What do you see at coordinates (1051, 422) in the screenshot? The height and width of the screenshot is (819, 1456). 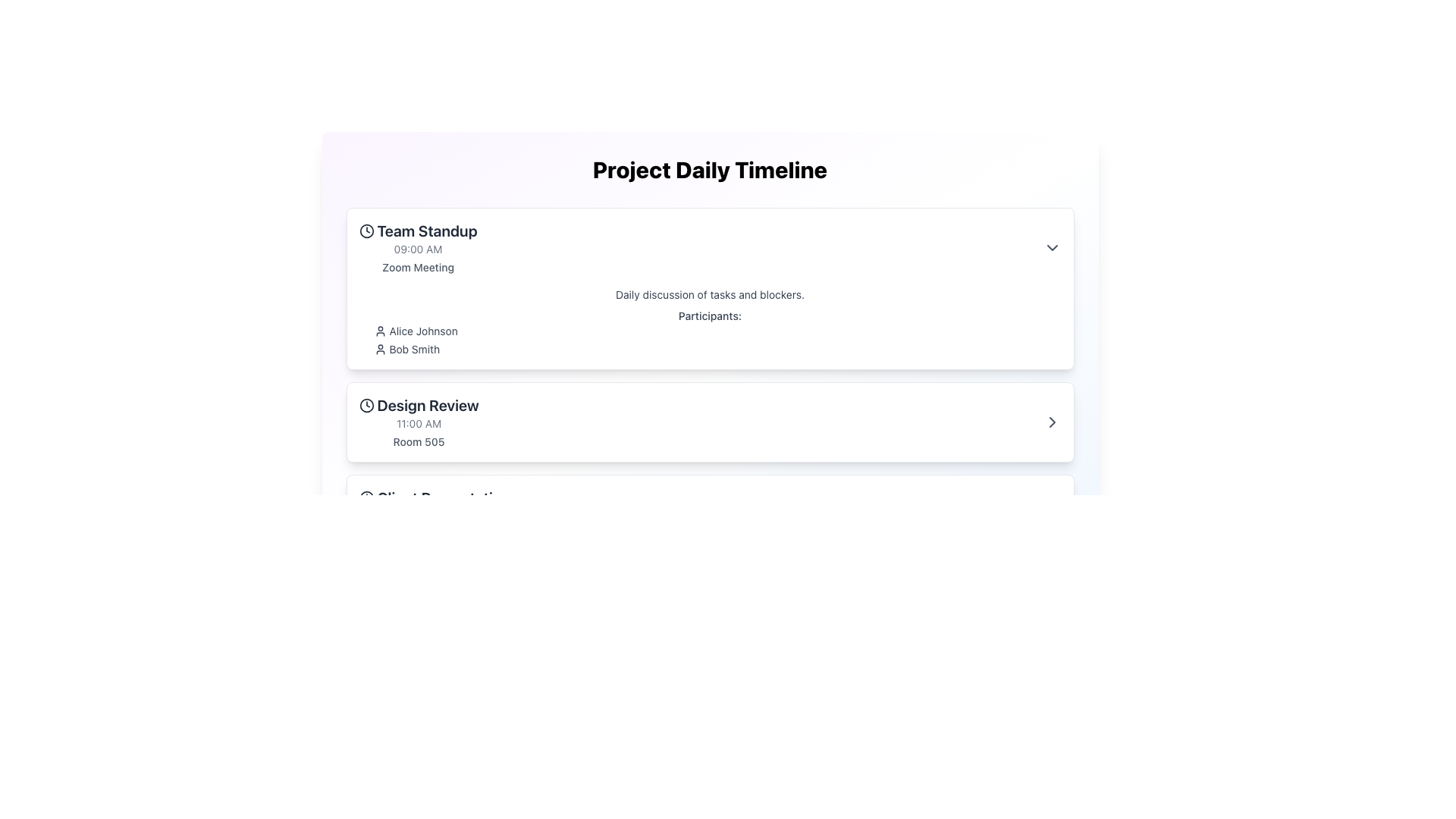 I see `the rightward-pointing chevron icon located in the 'Design Review' section of the timeline` at bounding box center [1051, 422].